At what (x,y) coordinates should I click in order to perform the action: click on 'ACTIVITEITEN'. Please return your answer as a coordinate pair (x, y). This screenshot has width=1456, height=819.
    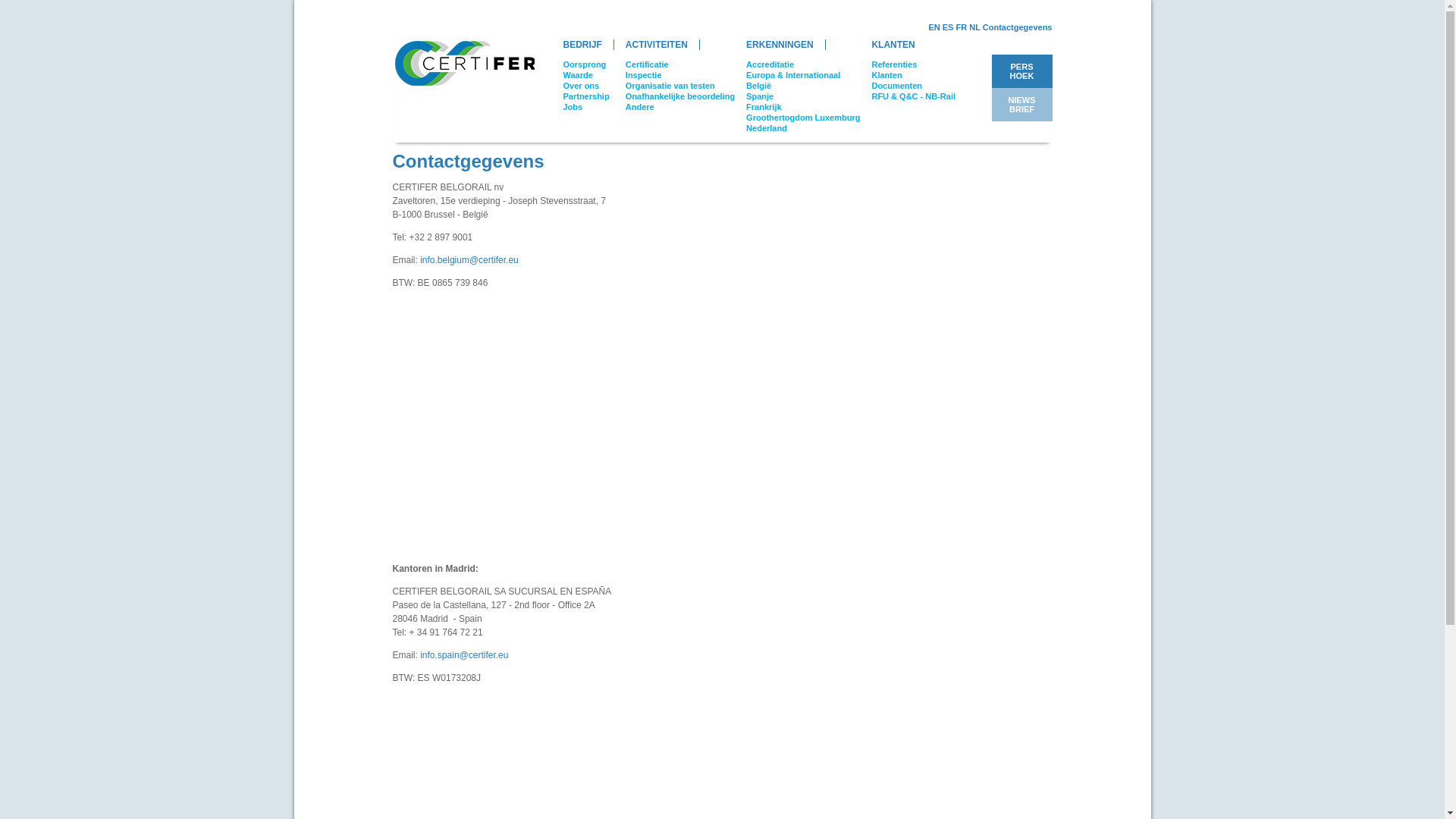
    Looking at the image, I should click on (657, 43).